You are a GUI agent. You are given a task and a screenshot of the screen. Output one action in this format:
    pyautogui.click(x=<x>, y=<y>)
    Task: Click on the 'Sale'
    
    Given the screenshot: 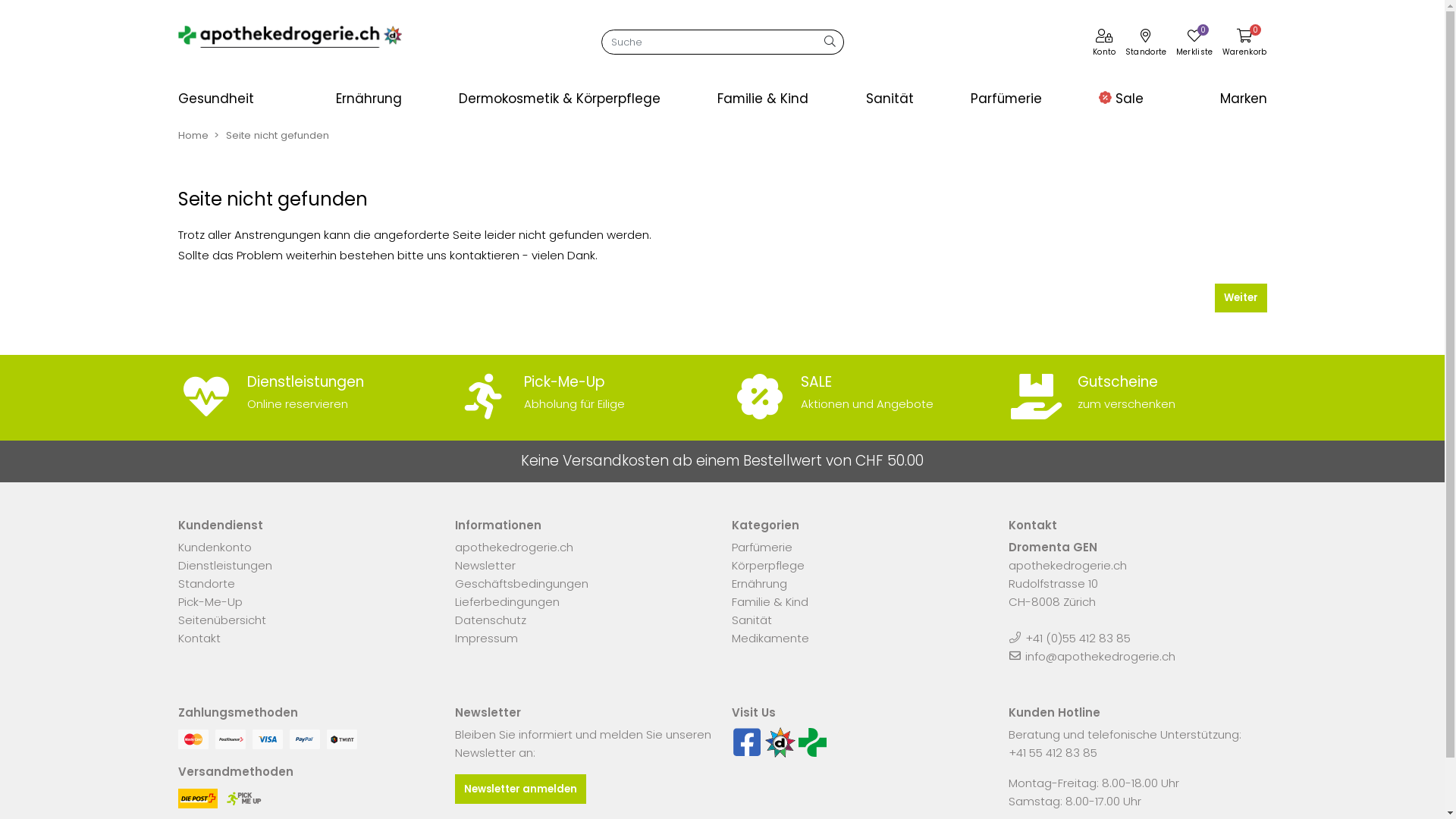 What is the action you would take?
    pyautogui.click(x=1121, y=99)
    